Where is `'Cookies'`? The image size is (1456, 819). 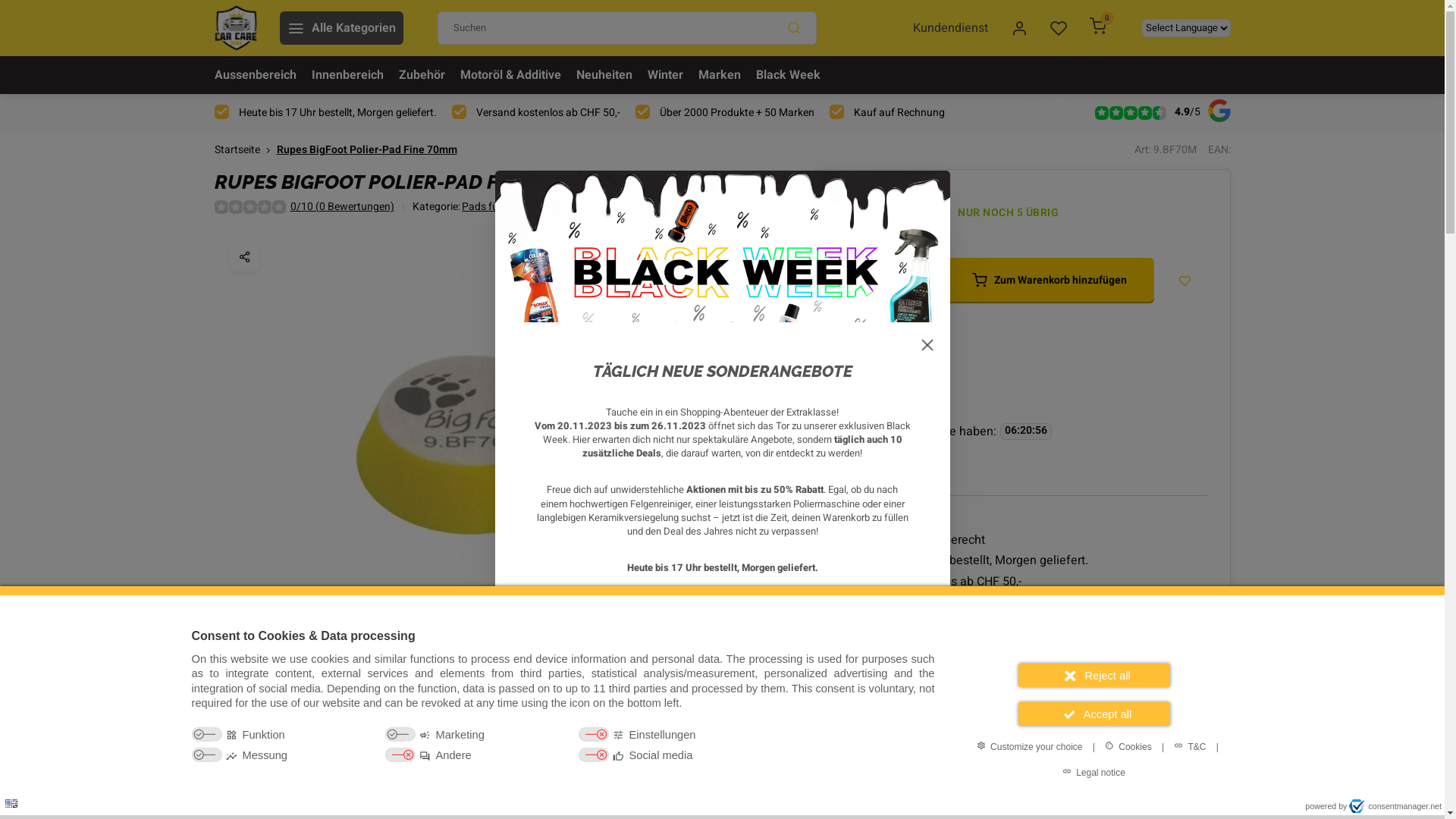
'Cookies' is located at coordinates (1128, 745).